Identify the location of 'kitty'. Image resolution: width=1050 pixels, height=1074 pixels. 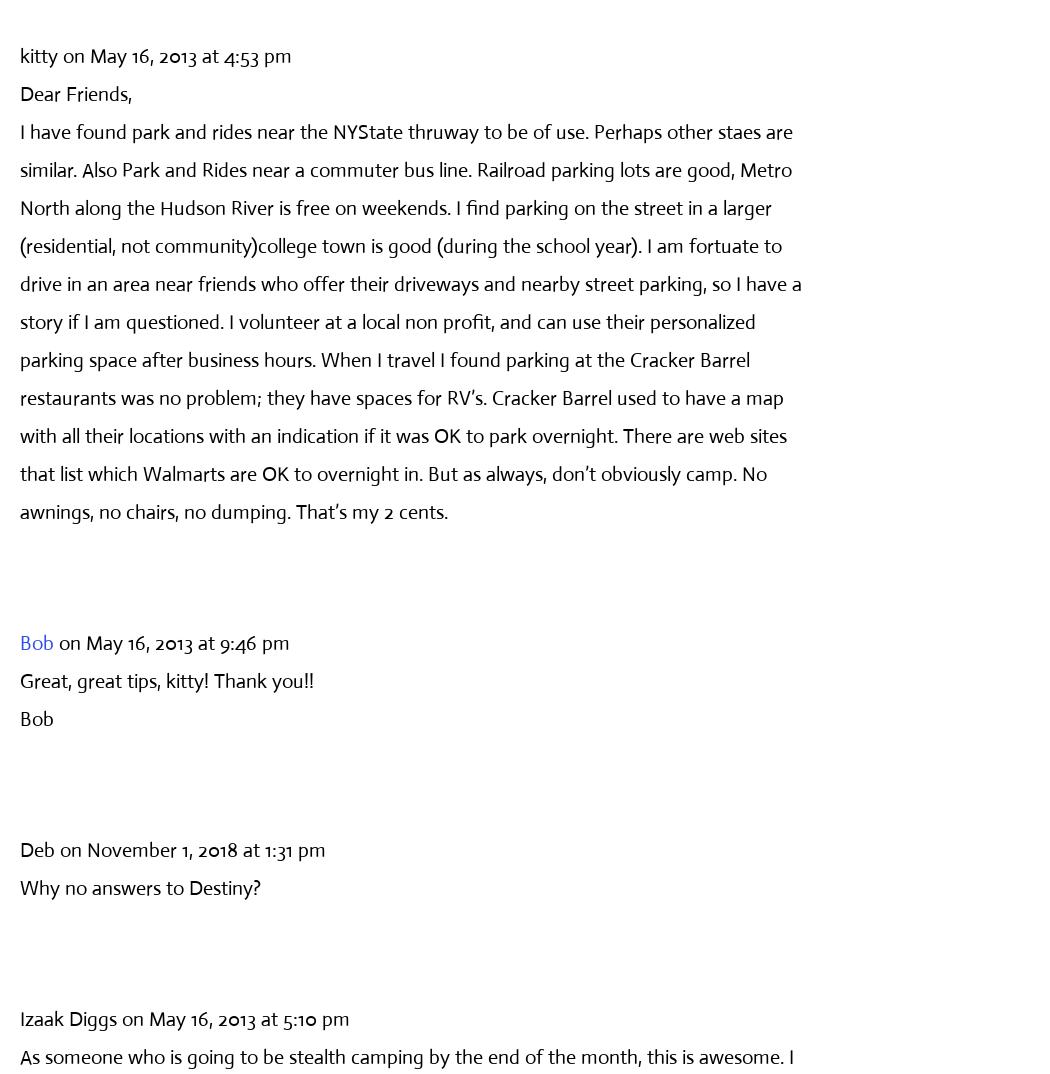
(19, 55).